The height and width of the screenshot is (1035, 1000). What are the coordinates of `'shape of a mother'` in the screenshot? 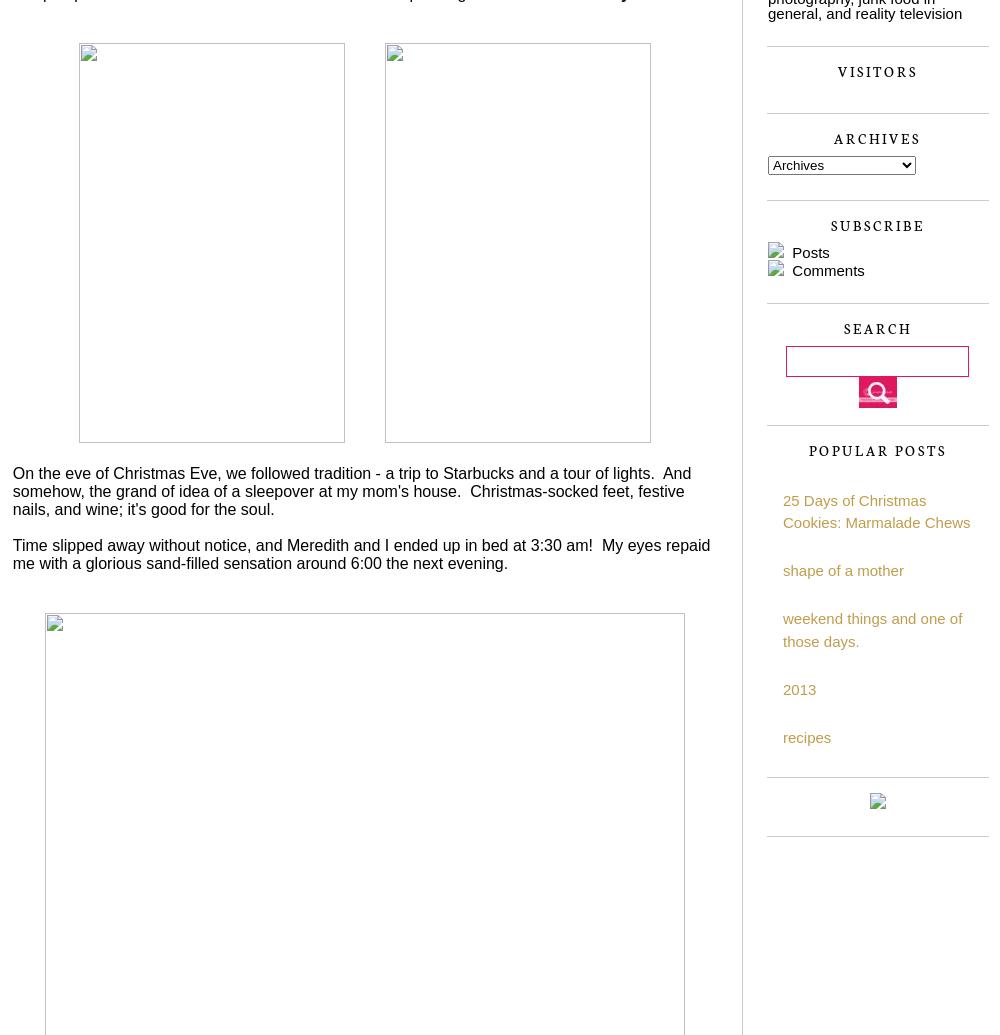 It's located at (842, 569).